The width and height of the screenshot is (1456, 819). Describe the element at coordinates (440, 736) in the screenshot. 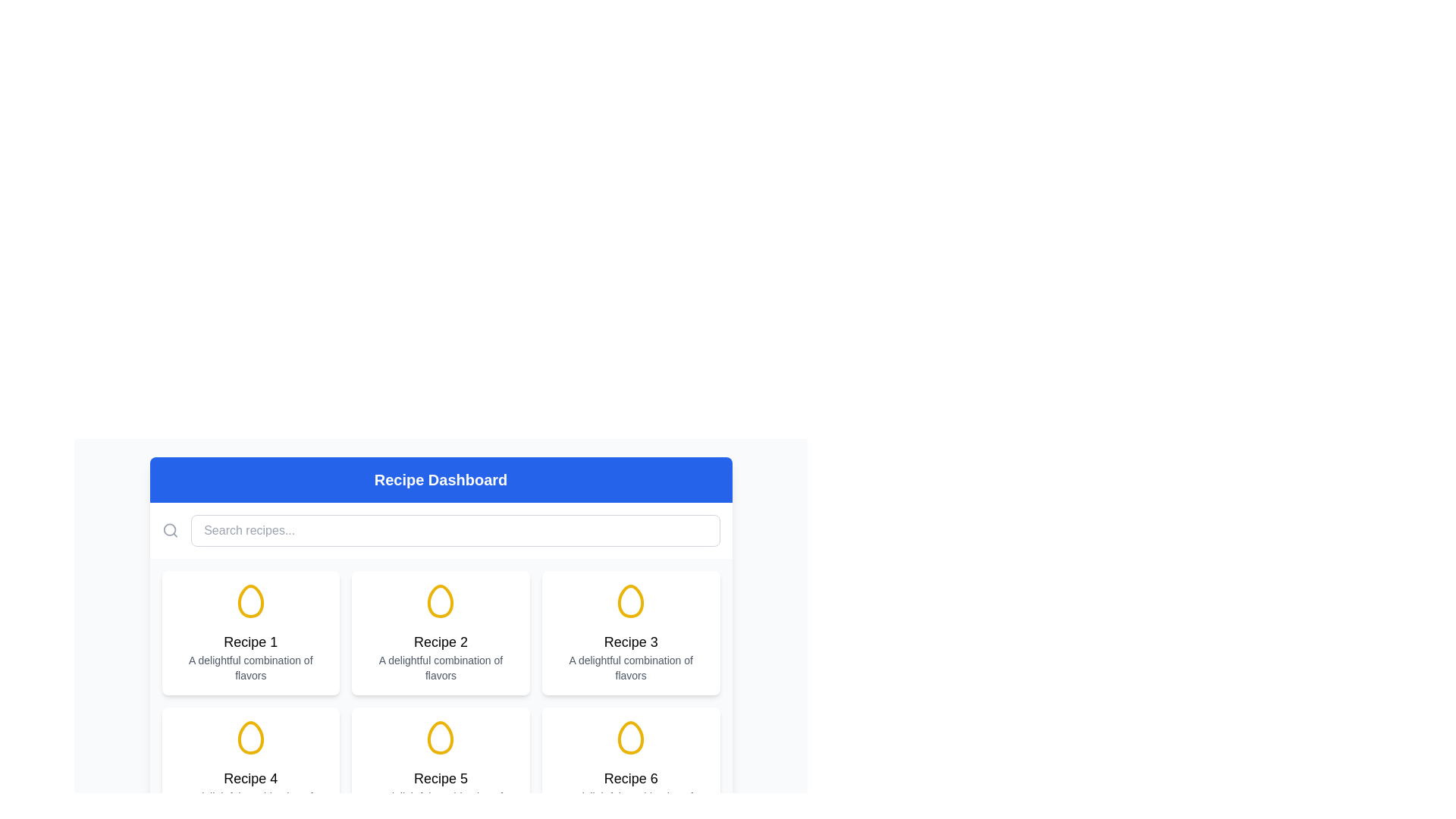

I see `the stylized egg-shaped icon filled with golden yellow color located within the card layout under the heading 'Recipe 5'` at that location.